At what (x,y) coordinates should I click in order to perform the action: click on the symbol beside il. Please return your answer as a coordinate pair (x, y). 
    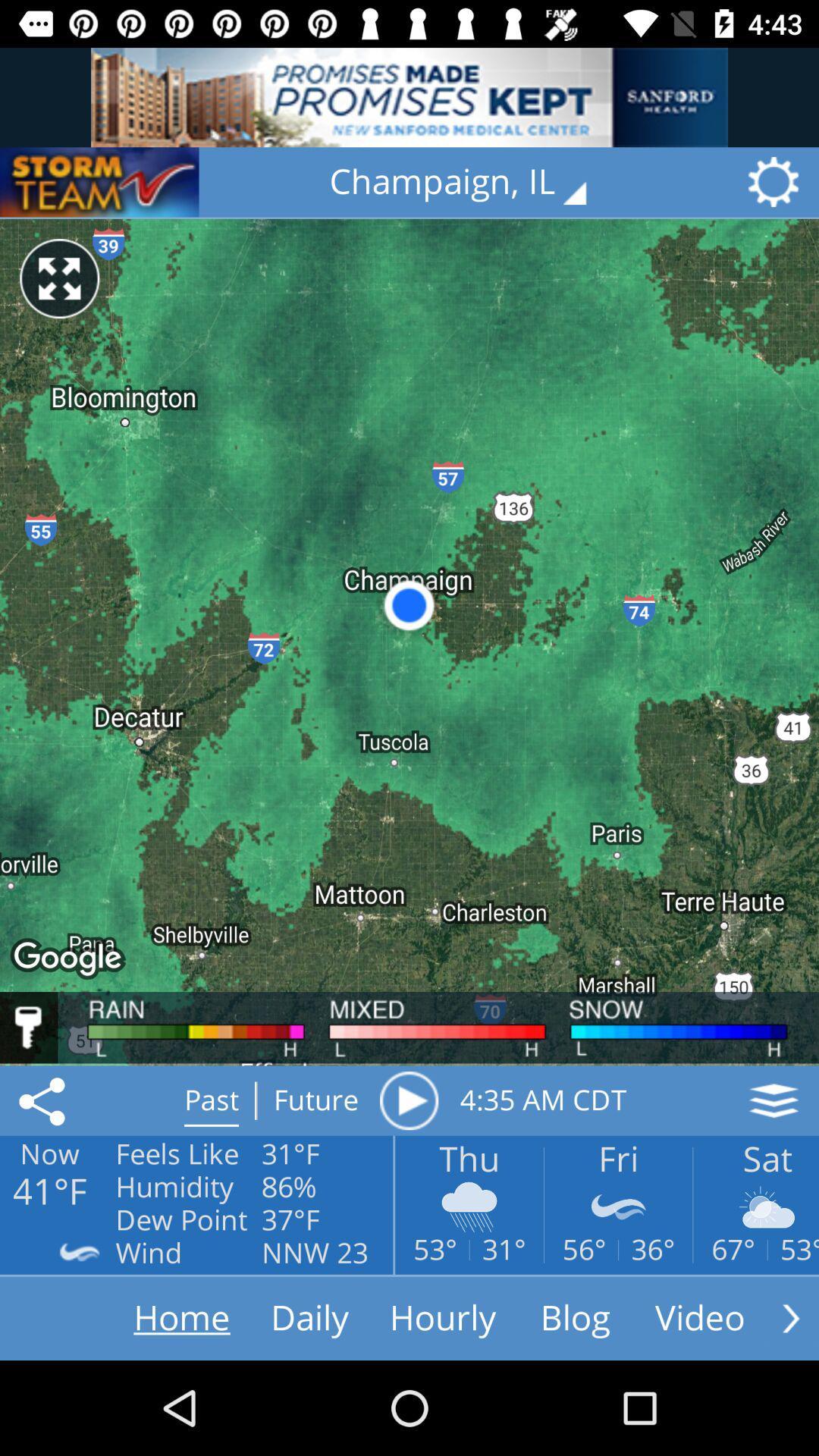
    Looking at the image, I should click on (778, 182).